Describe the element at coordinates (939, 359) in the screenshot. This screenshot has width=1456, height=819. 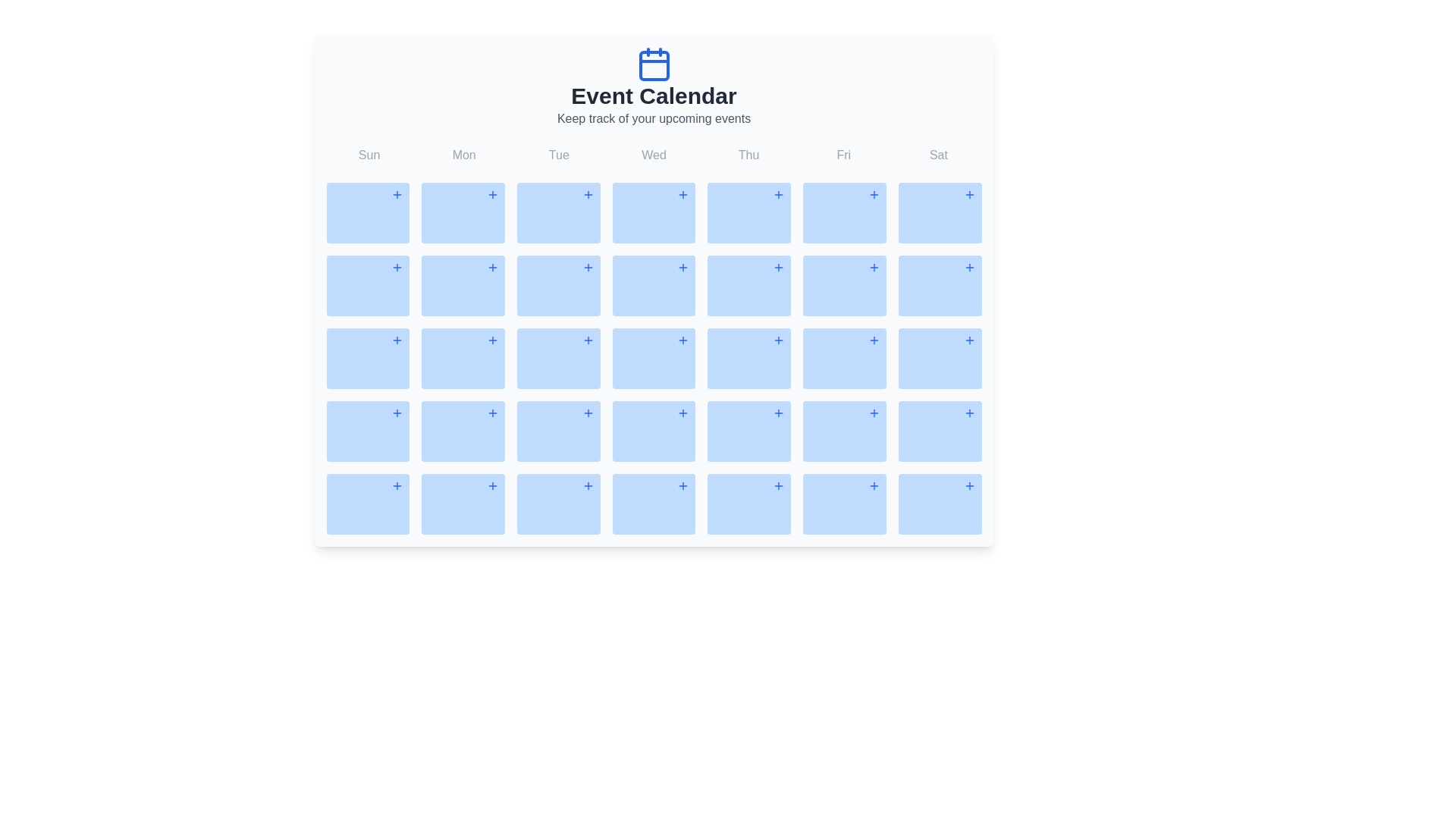
I see `the Calendar Day Cell located in the sixth position of the third row of the grid` at that location.